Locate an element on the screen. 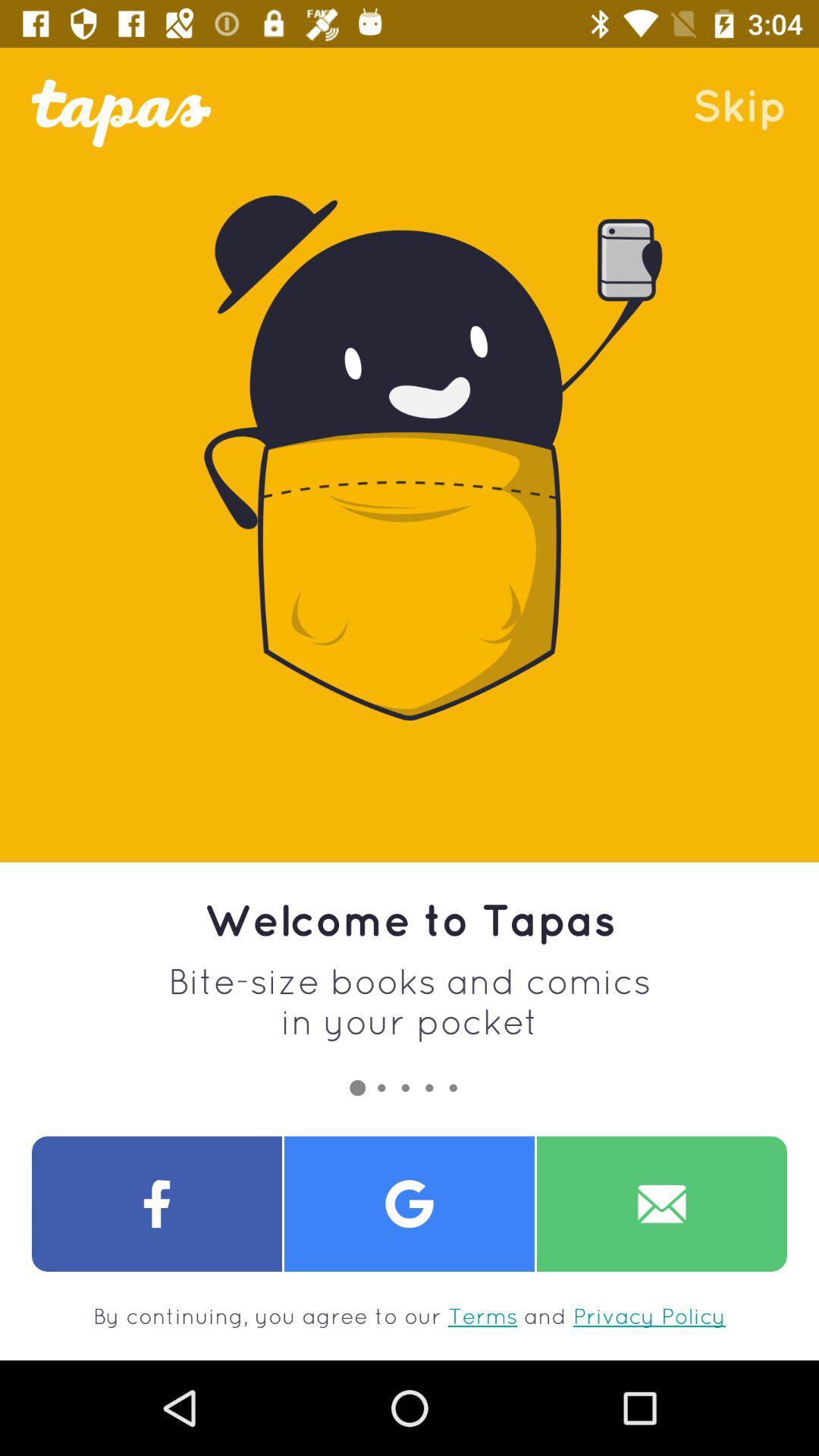 This screenshot has width=819, height=1456. share with e-mail is located at coordinates (661, 1203).